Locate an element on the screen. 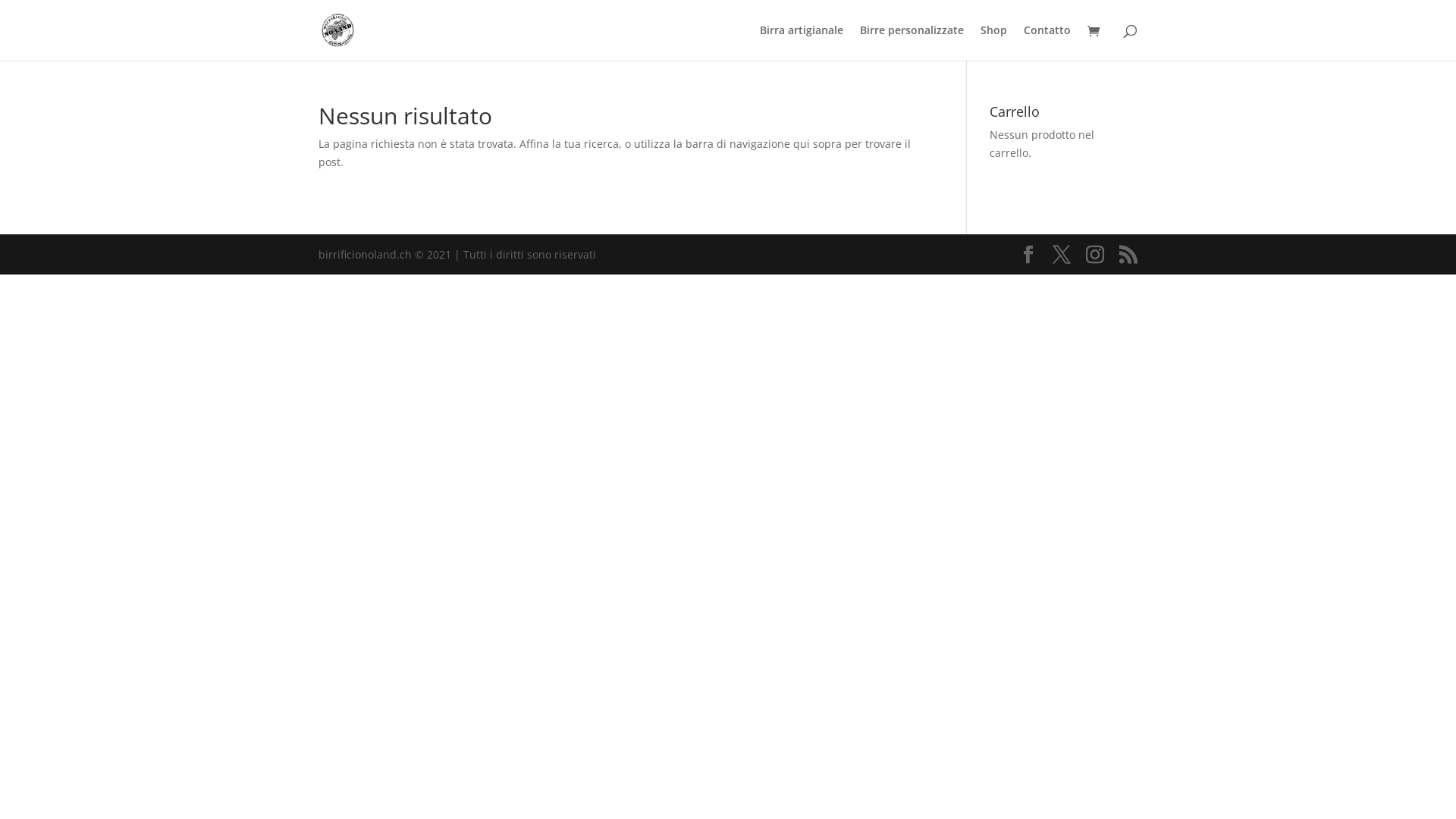  'Contatto' is located at coordinates (1046, 42).